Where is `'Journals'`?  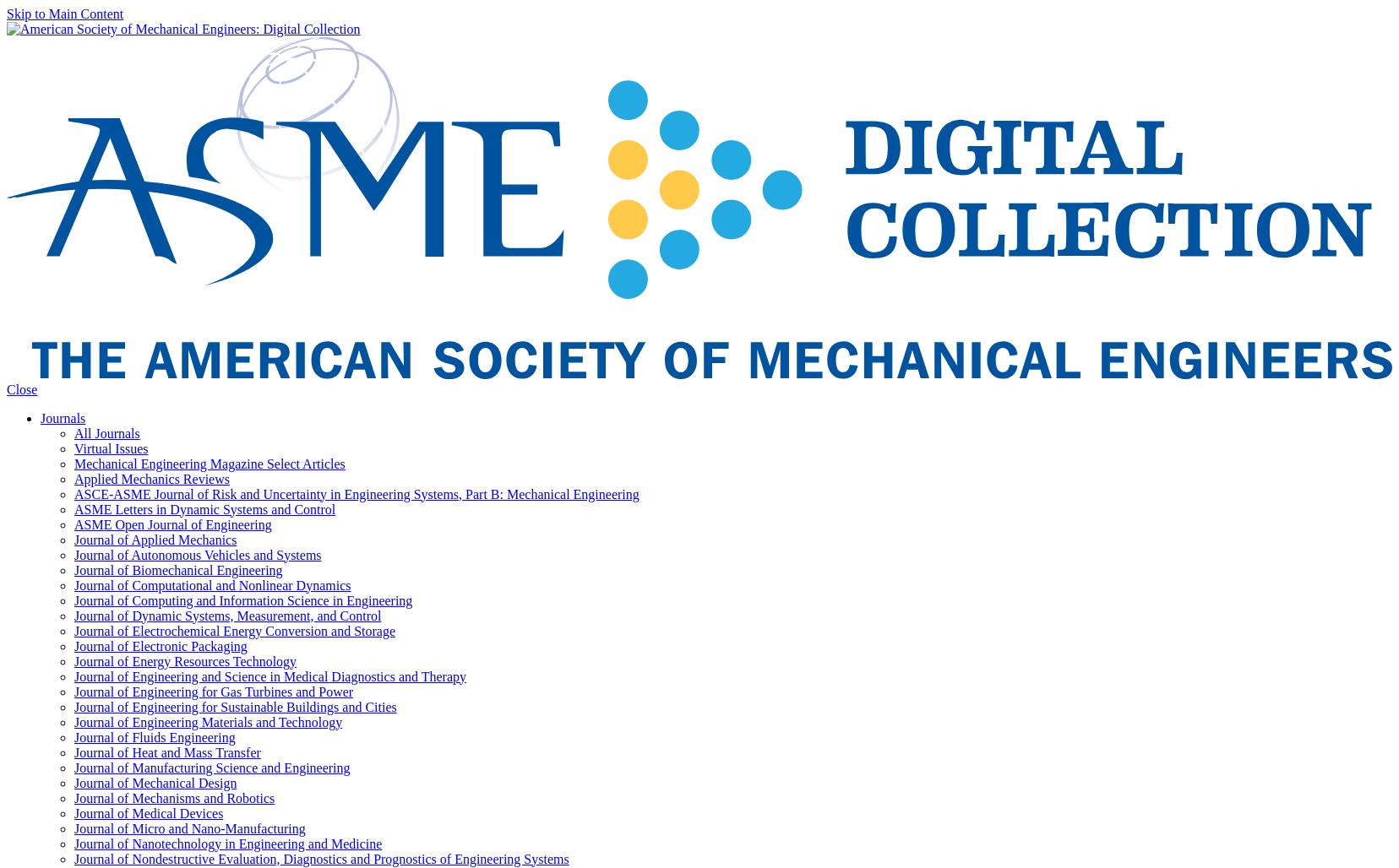
'Journals' is located at coordinates (62, 416).